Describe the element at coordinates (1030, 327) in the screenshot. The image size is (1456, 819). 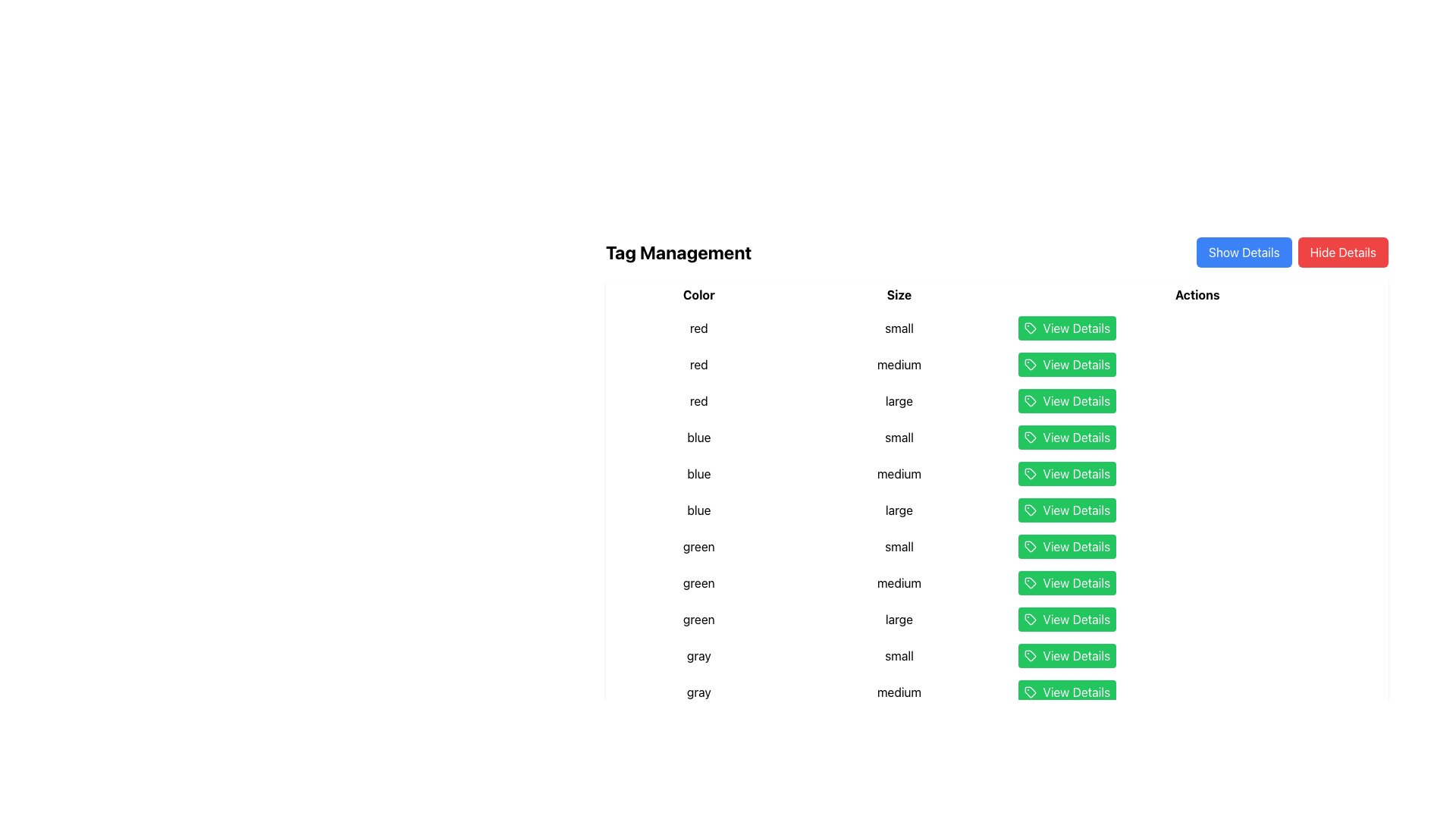
I see `the decorative icon in the Actions column of the first row in the data table, which is adjacent to the green 'View Details' button and represents the 'small' size and 'red' color` at that location.